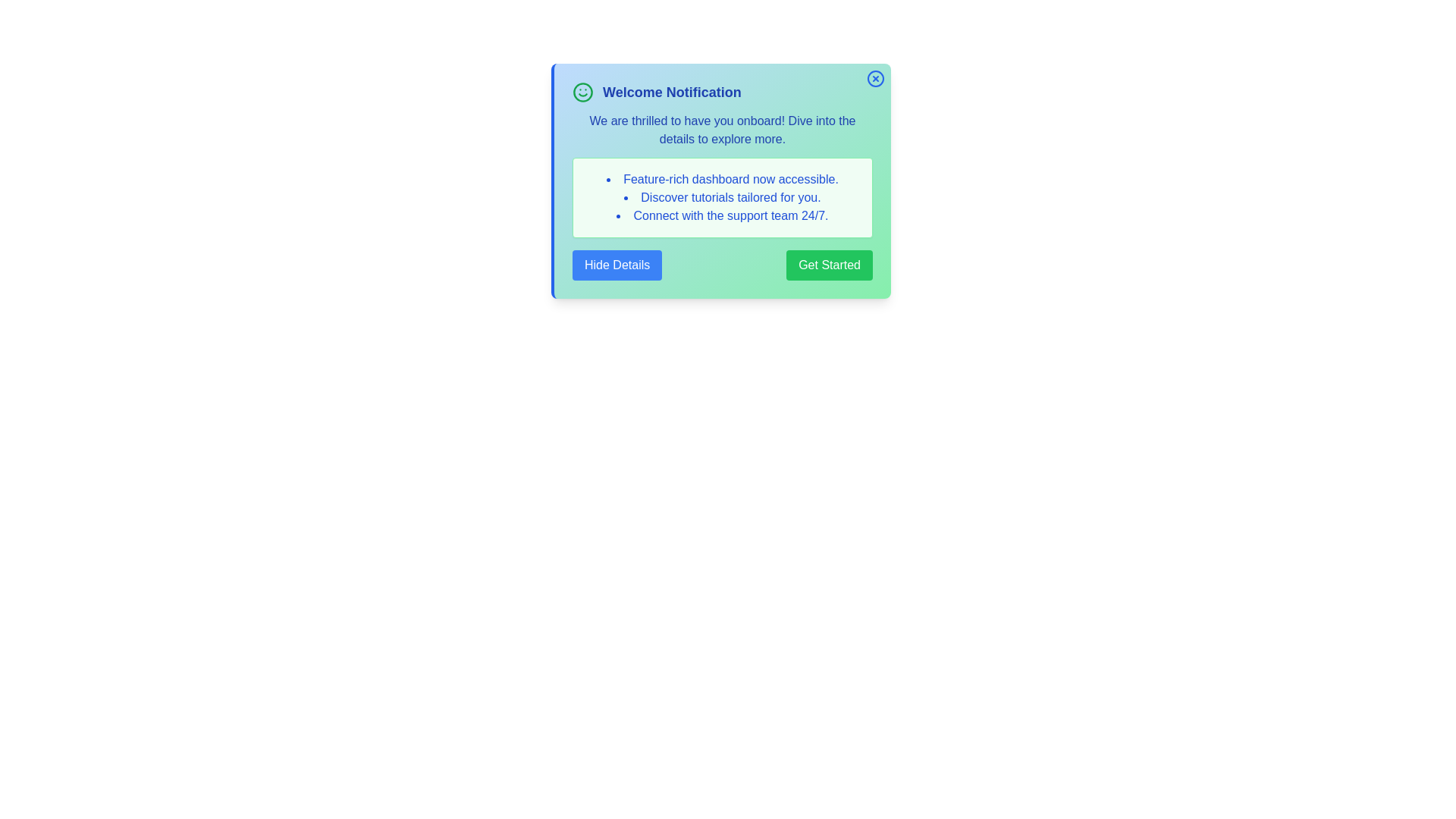 The width and height of the screenshot is (1456, 819). Describe the element at coordinates (829, 265) in the screenshot. I see `the 'Get Started' button to initiate the action` at that location.